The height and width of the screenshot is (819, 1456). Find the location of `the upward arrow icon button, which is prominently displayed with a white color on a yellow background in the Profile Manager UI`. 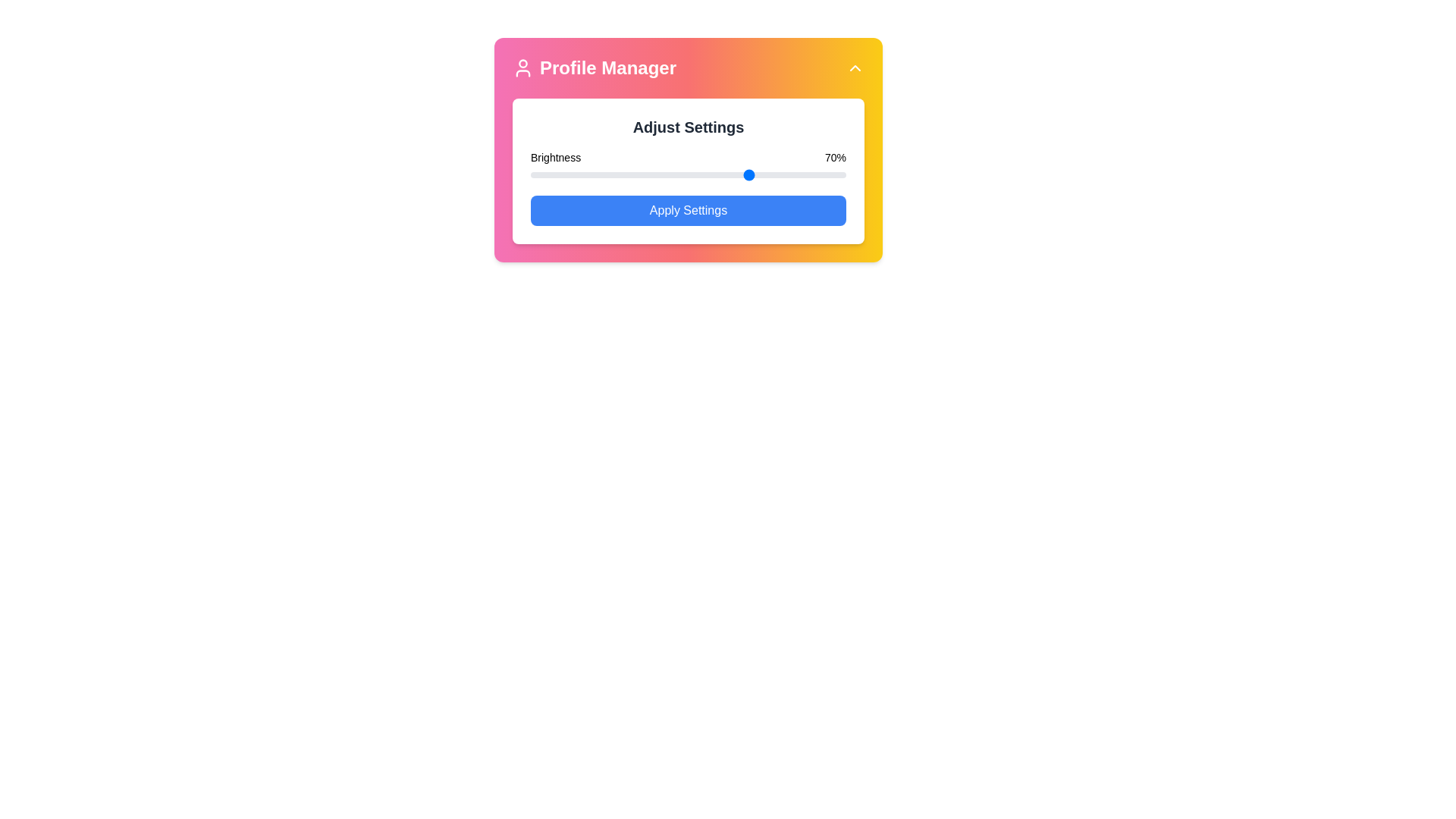

the upward arrow icon button, which is prominently displayed with a white color on a yellow background in the Profile Manager UI is located at coordinates (855, 67).